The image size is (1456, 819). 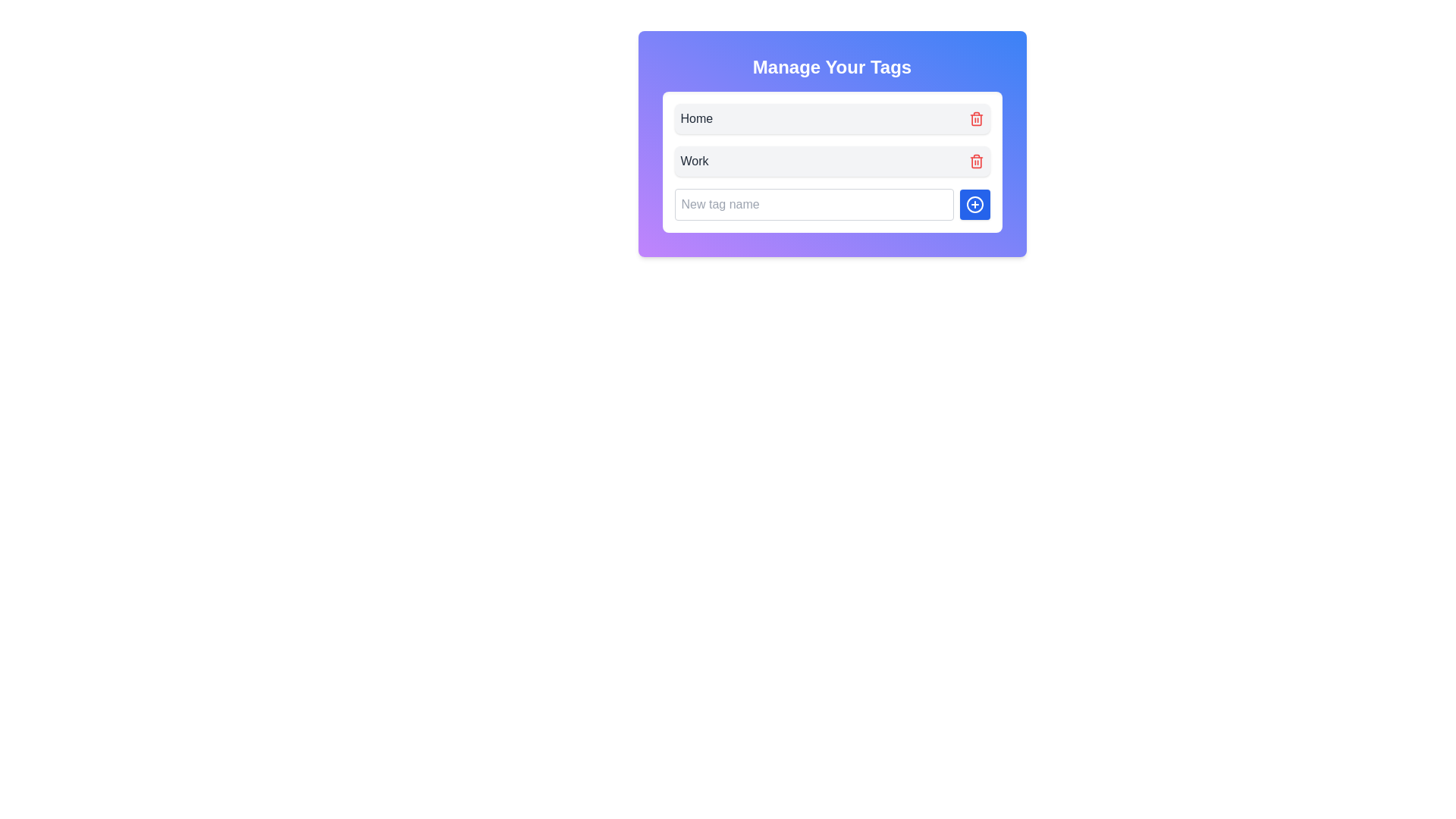 I want to click on the Text Label that contains the text 'Work', which is located in the second row under 'Manage Your Tags', so click(x=694, y=161).